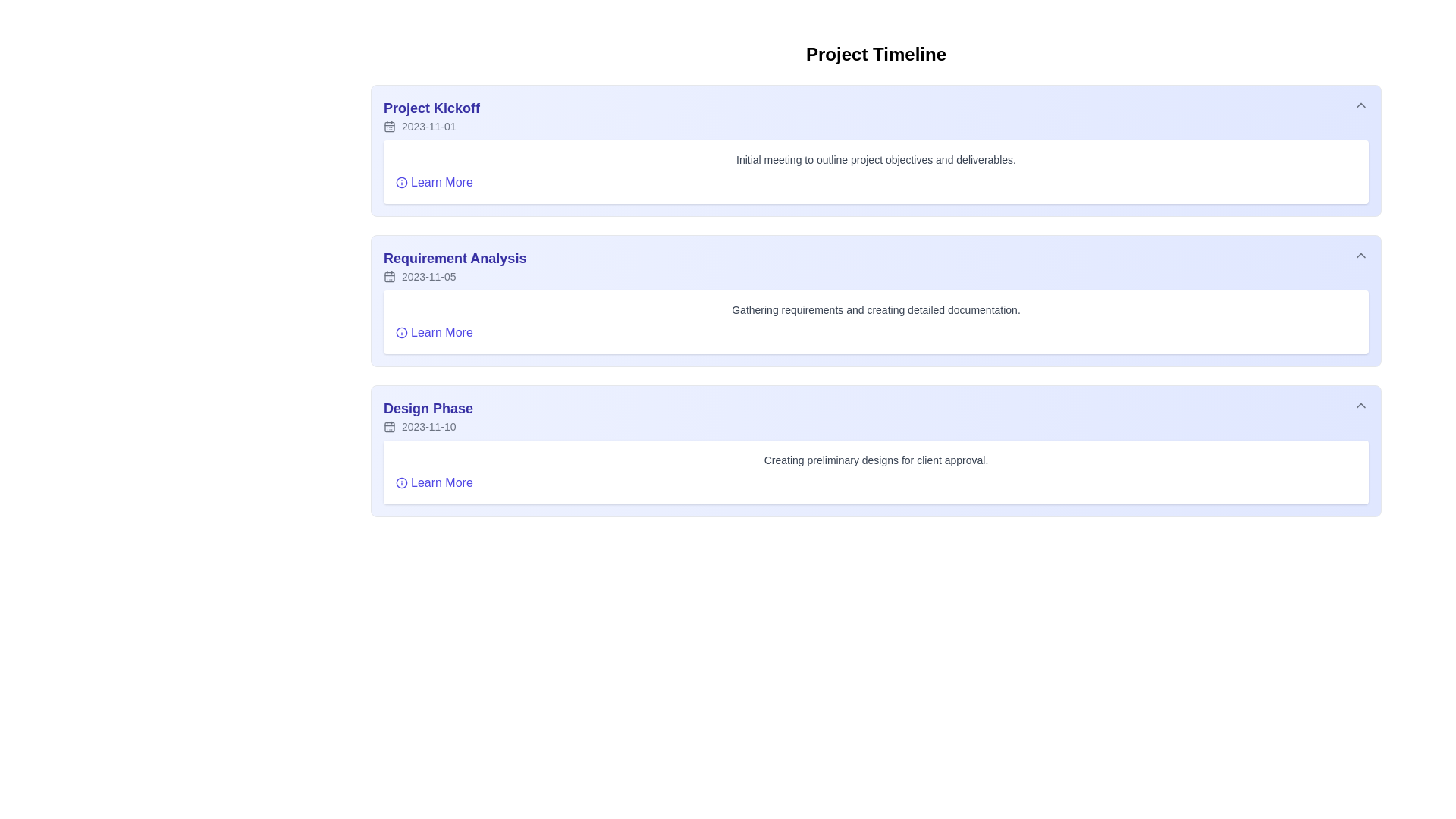  Describe the element at coordinates (389, 427) in the screenshot. I see `the small gray calendar icon located to the left of the date text '2023-11-10' within the 'Design Phase' section of the 'Project Timeline'` at that location.